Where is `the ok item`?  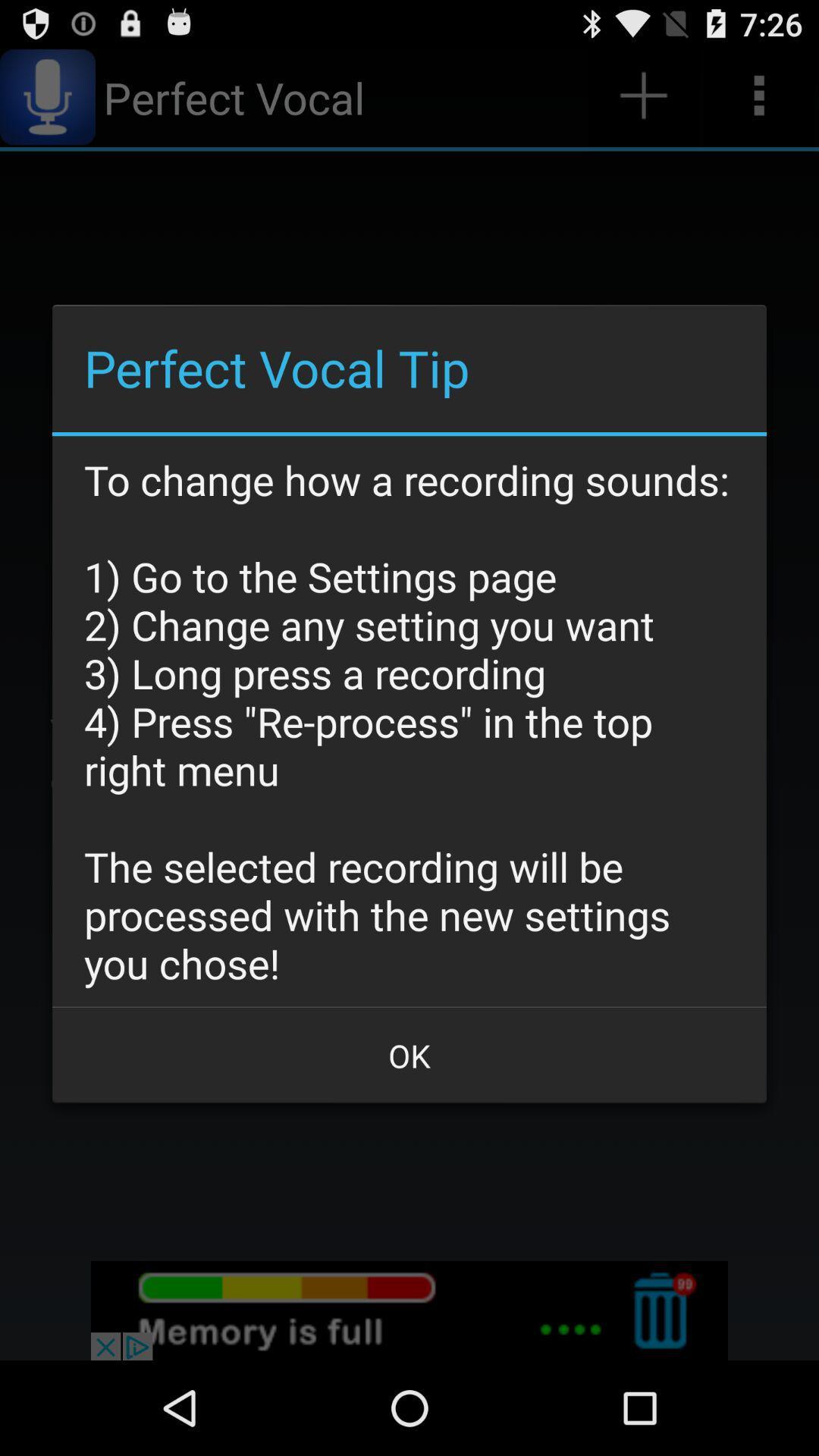
the ok item is located at coordinates (409, 1055).